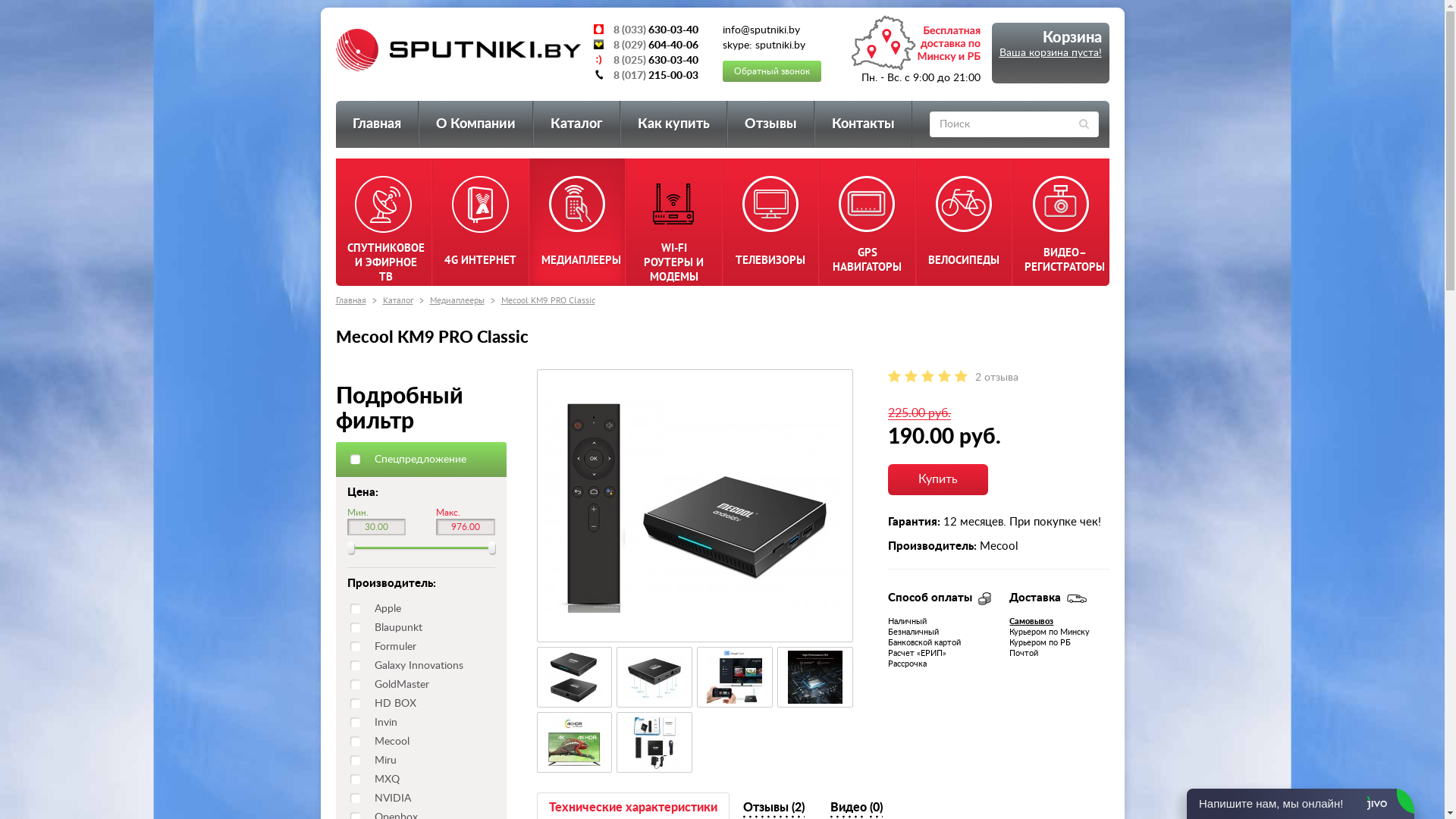 This screenshot has height=819, width=1456. Describe the element at coordinates (573, 742) in the screenshot. I see `'Mecool KM9 PRO Classic'` at that location.